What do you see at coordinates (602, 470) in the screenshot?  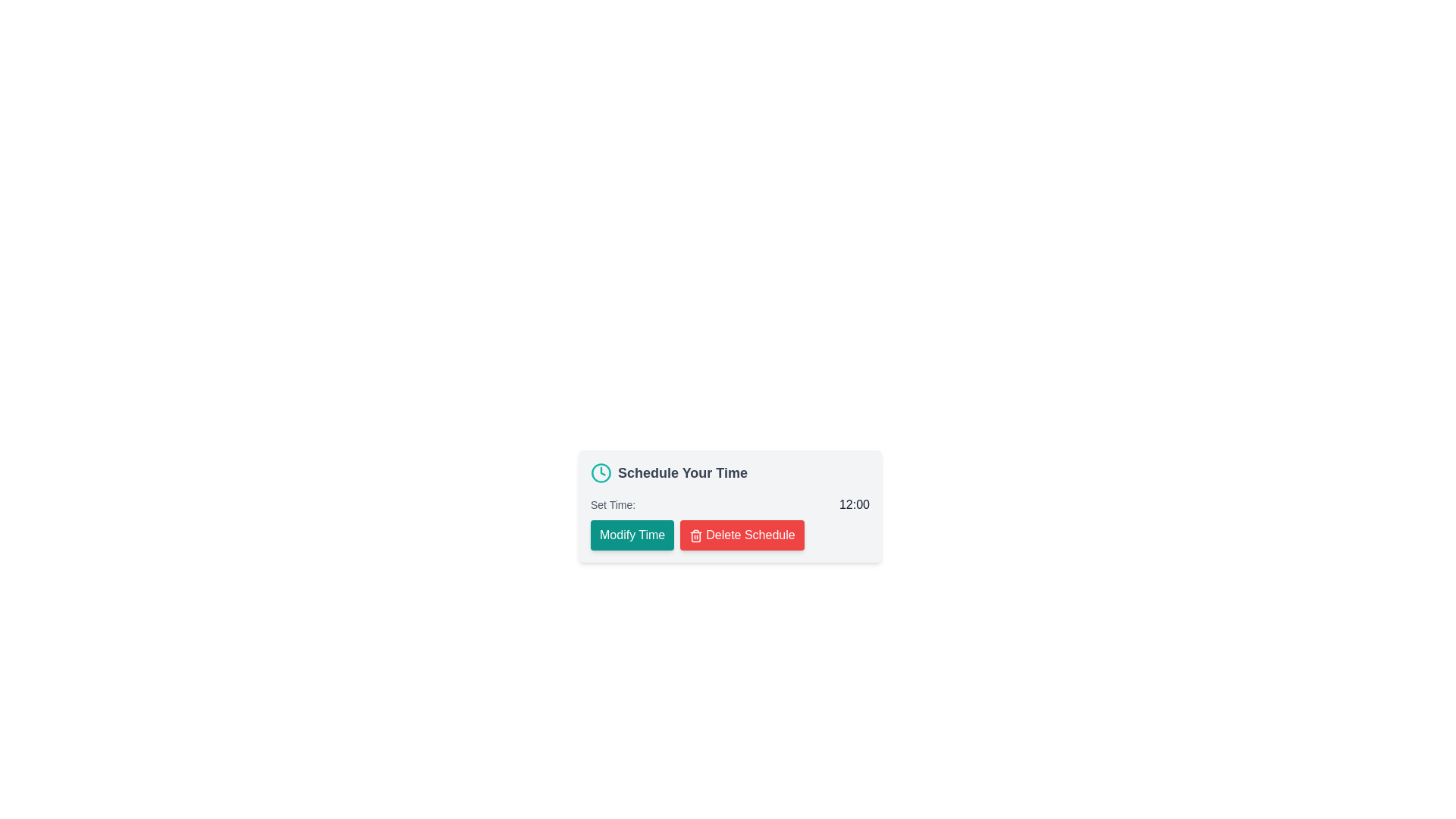 I see `the polygonal icon resembling a short arrow that indicates time on the clock graphic, located at the center of the clock's circular outline` at bounding box center [602, 470].